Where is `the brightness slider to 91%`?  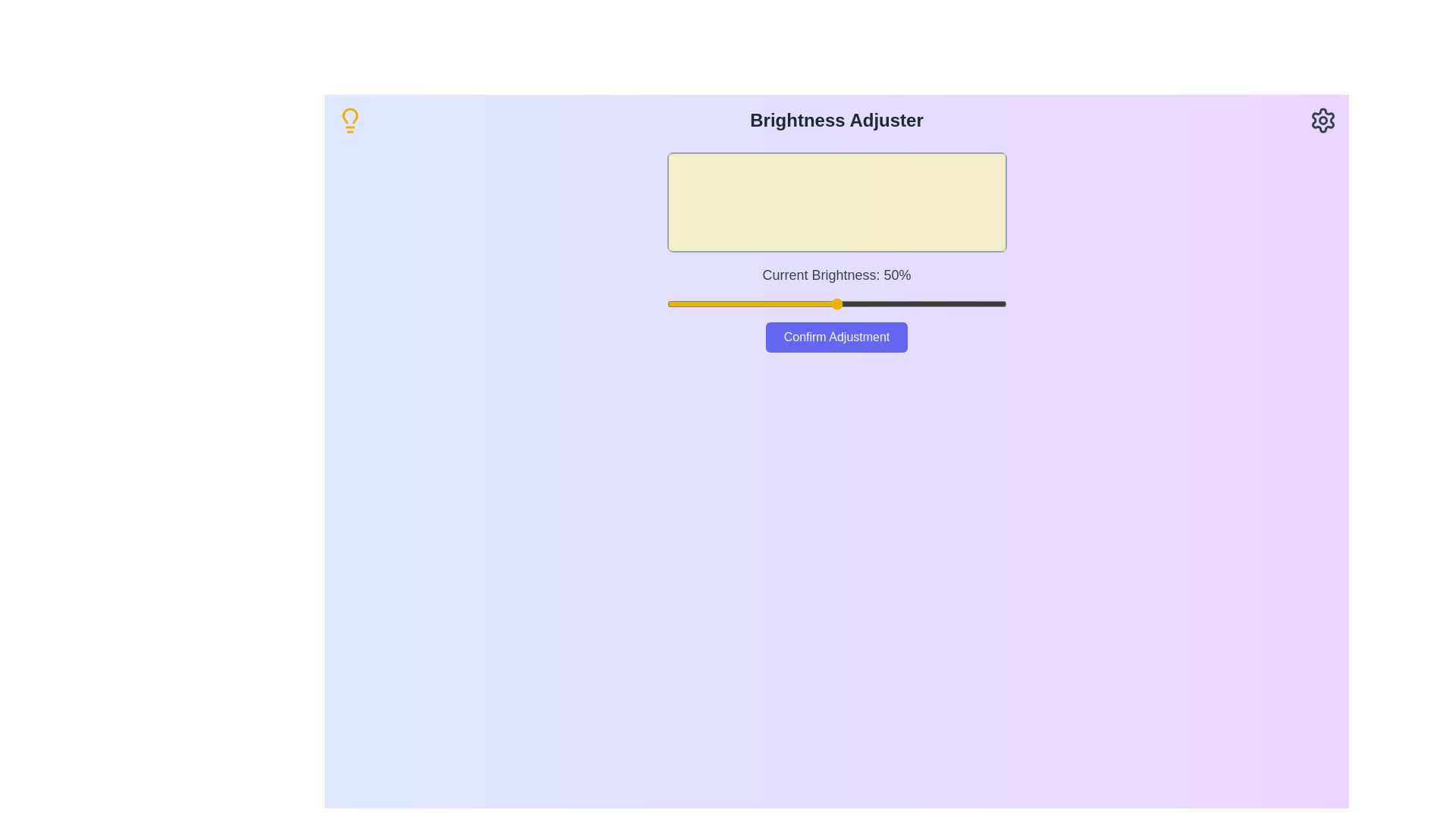
the brightness slider to 91% is located at coordinates (976, 304).